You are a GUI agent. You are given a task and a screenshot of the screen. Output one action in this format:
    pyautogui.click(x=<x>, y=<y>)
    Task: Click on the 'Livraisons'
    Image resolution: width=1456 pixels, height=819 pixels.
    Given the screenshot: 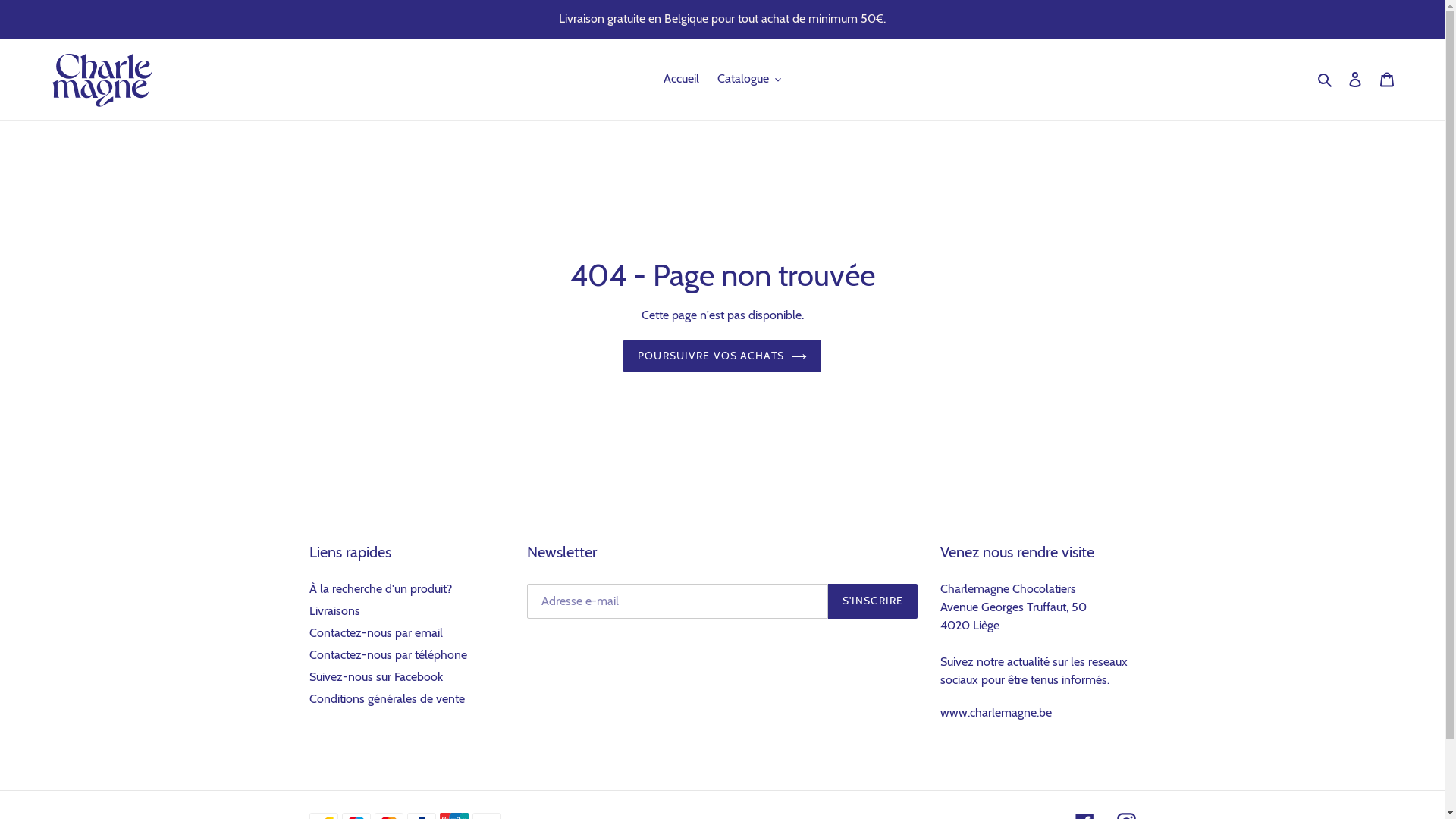 What is the action you would take?
    pyautogui.click(x=309, y=610)
    